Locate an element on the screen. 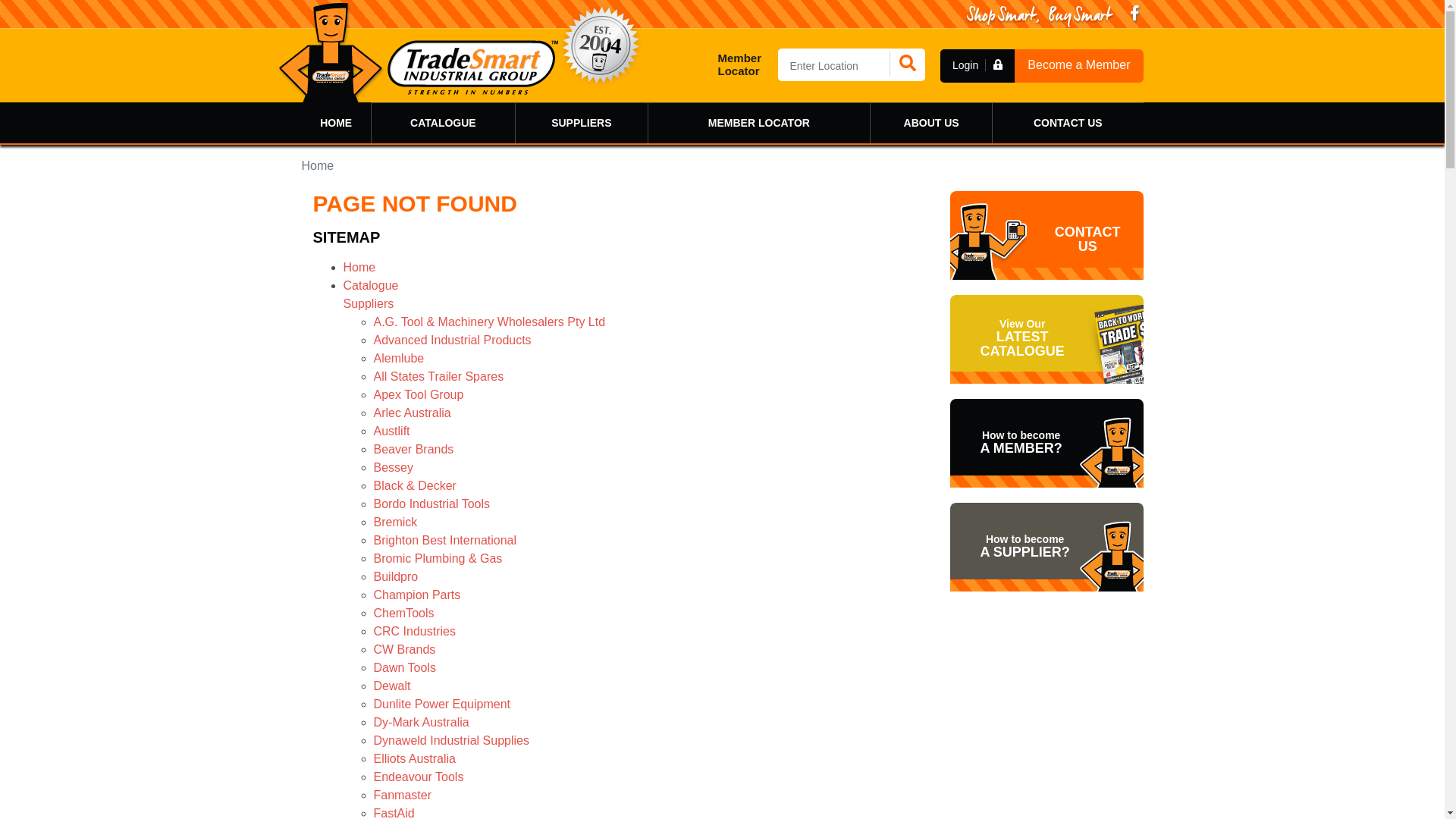 The image size is (1456, 819). 'CW Brands' is located at coordinates (403, 648).